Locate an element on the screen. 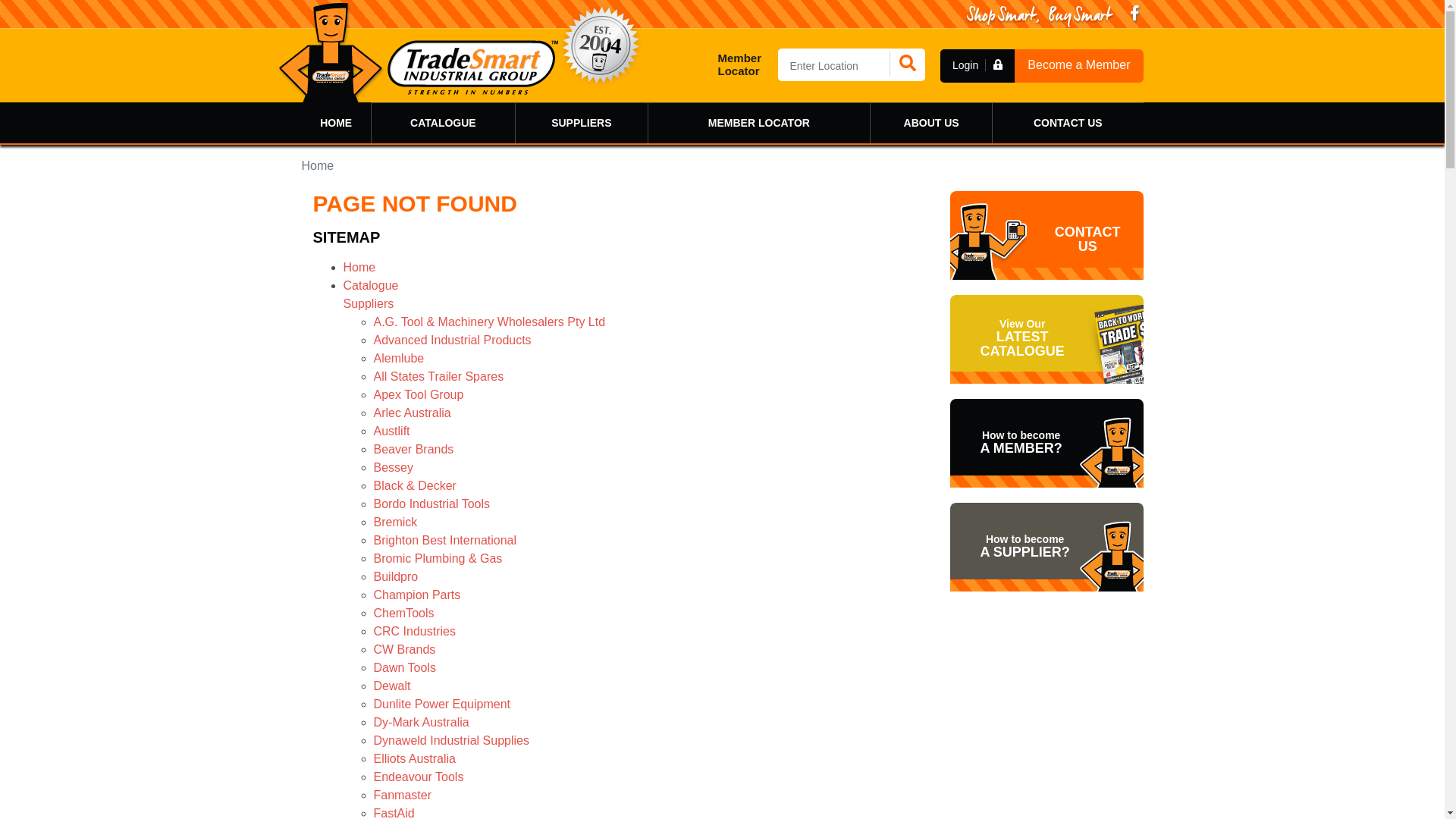 The image size is (1456, 819). 'CW Brands' is located at coordinates (403, 648).